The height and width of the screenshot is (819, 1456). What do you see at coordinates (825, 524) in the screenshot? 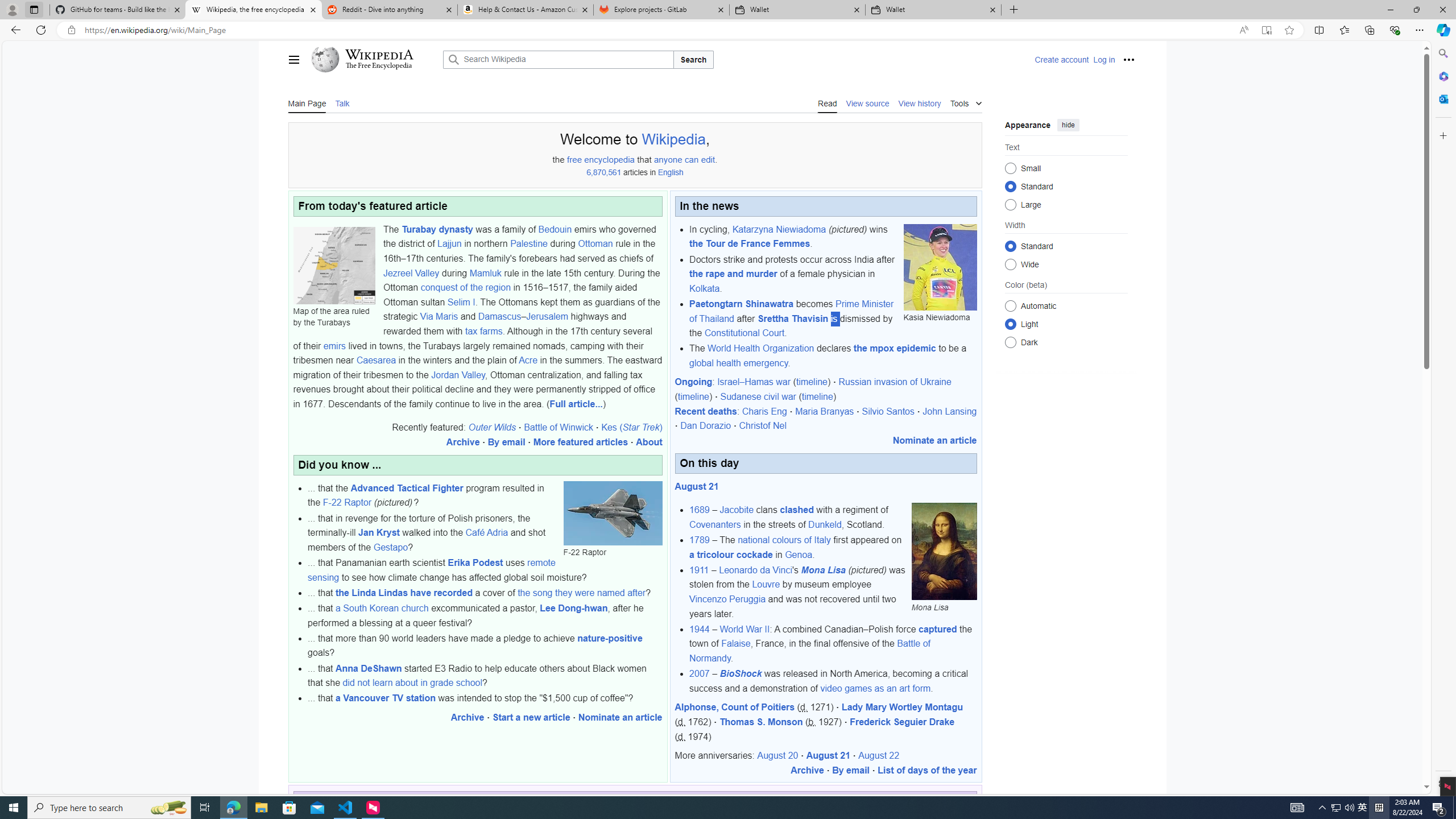
I see `'Dunkeld'` at bounding box center [825, 524].